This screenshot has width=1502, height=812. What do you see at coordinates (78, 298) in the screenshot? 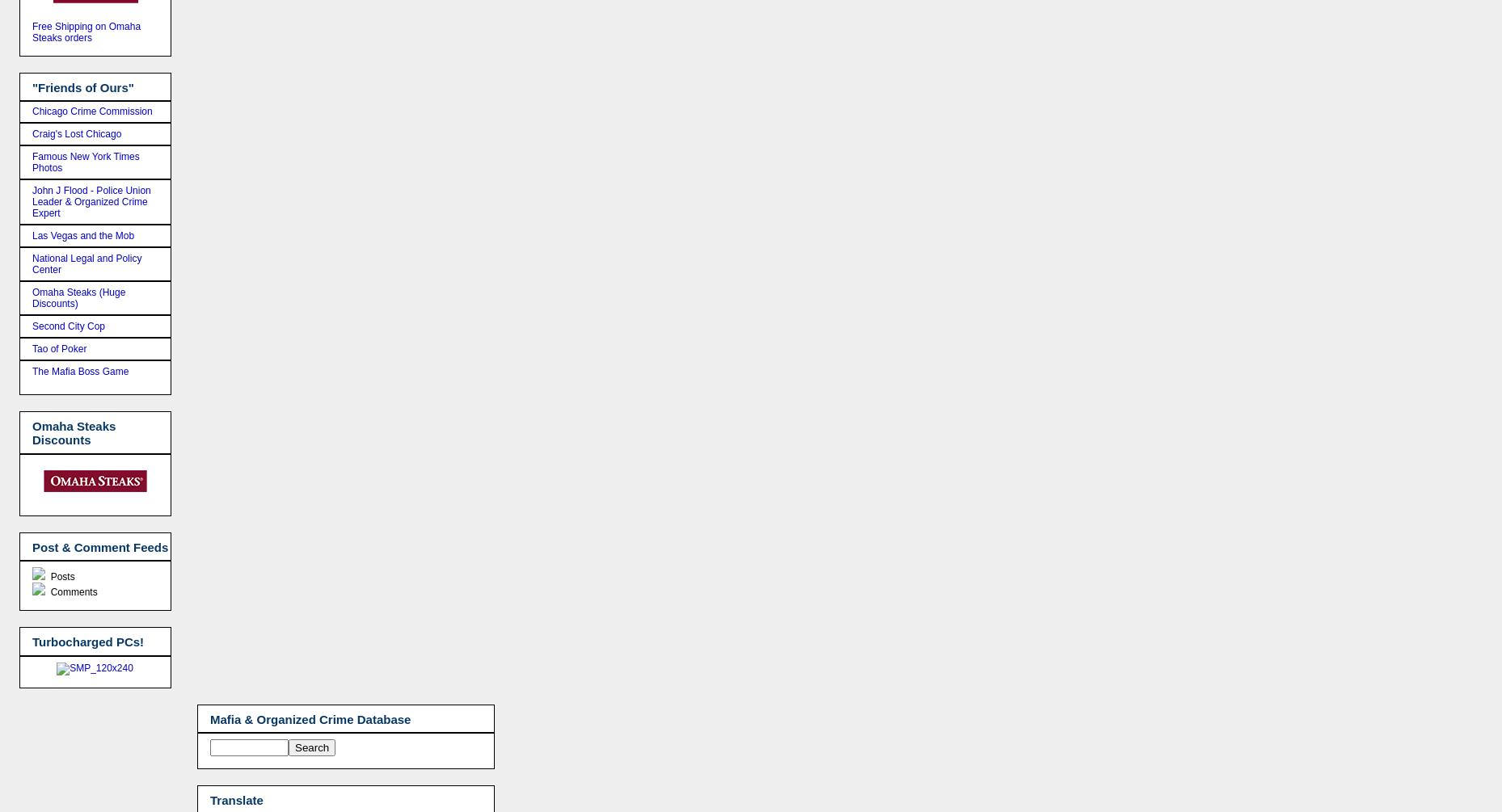
I see `'Omaha Steaks (Huge Discounts)'` at bounding box center [78, 298].